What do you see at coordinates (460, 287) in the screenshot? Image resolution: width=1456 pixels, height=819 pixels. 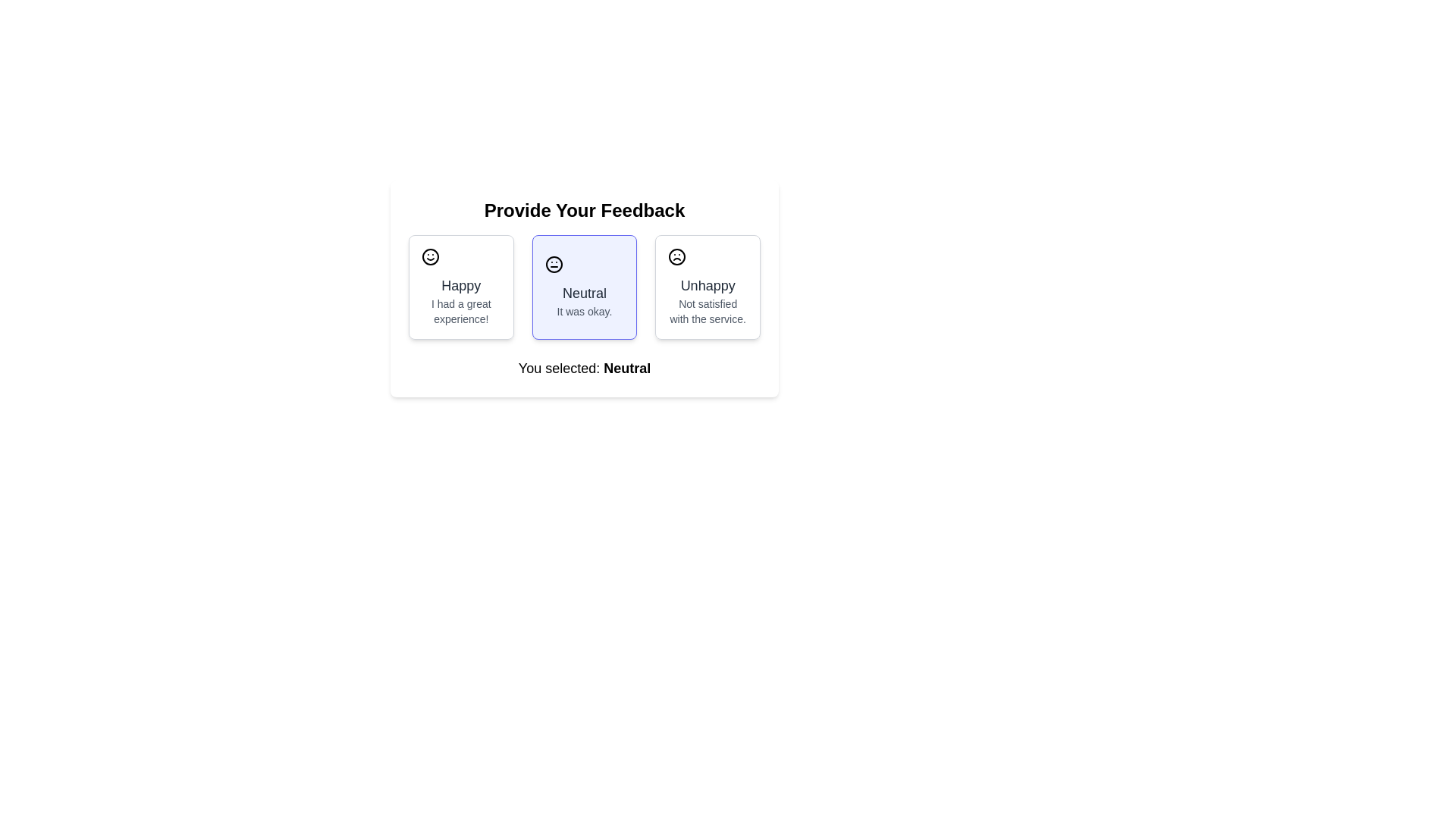 I see `the Feedback option labeled 'Happy I had a great experience!' using the keyboard` at bounding box center [460, 287].